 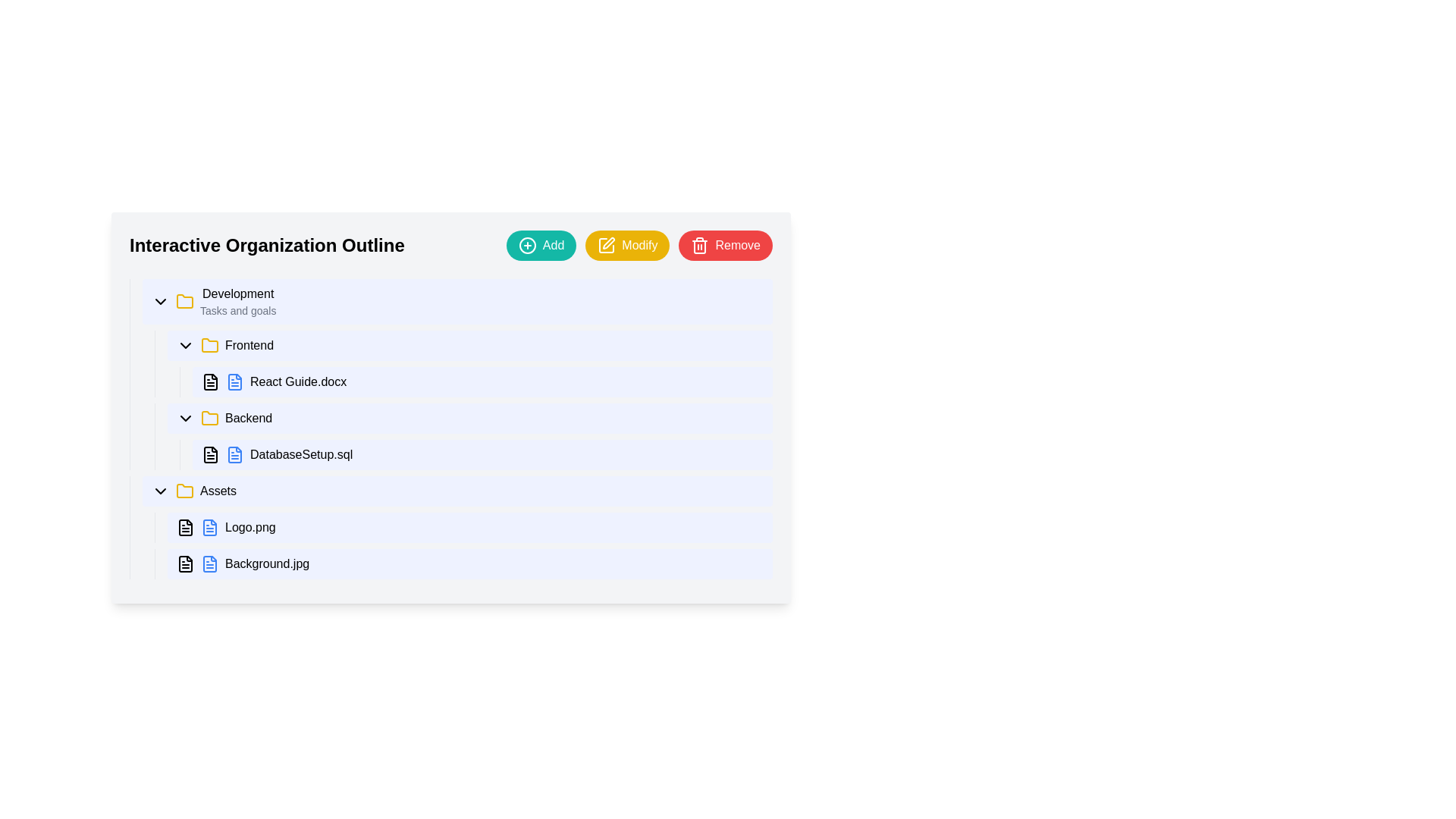 I want to click on the document icon preceding 'React Guide.docx' in the second level of the expandable tree structure under 'Frontend', so click(x=210, y=381).